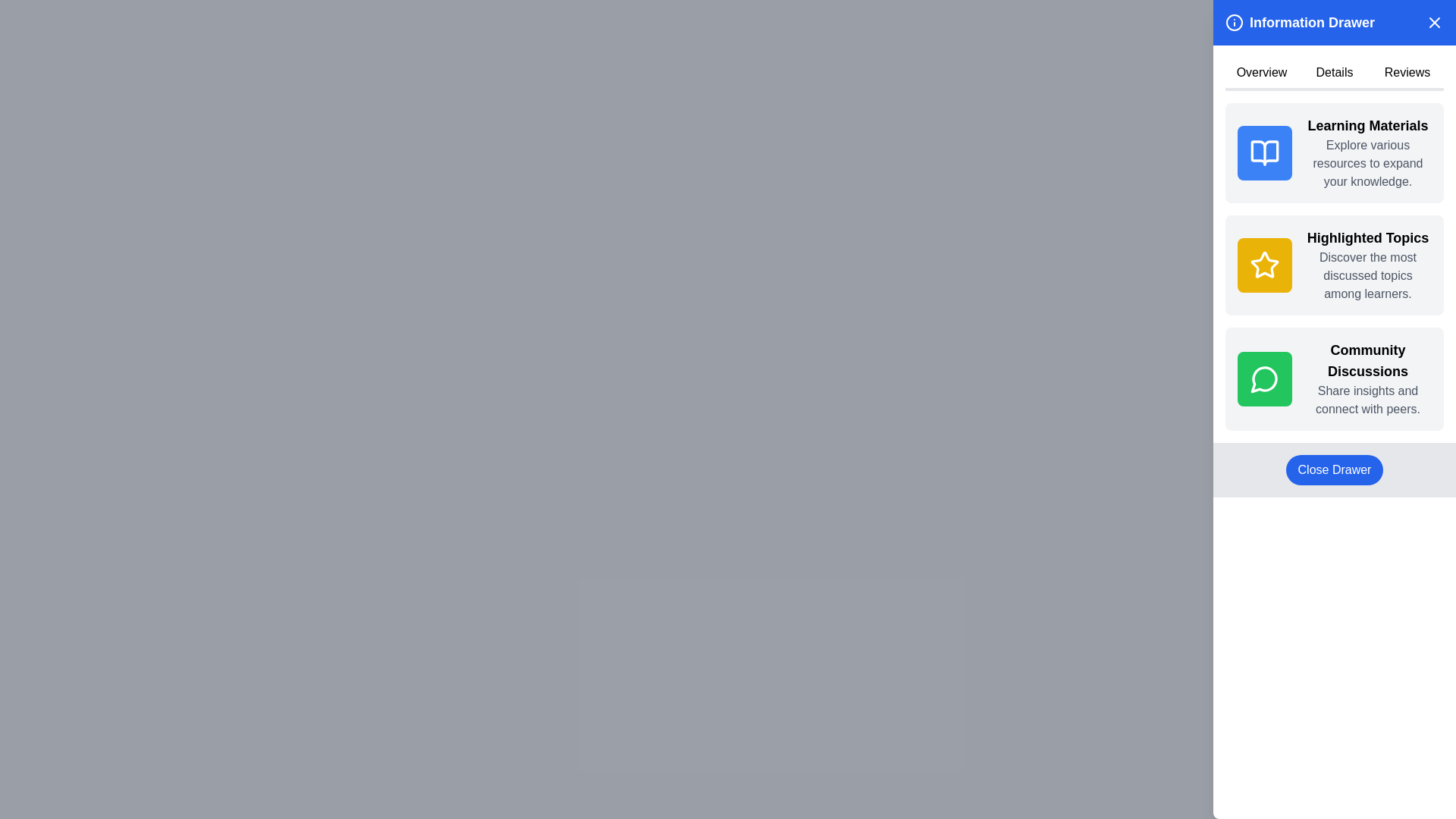 The height and width of the screenshot is (819, 1456). What do you see at coordinates (1368, 265) in the screenshot?
I see `the 'Highlighted Topics' text and description block, which contains the title 'Highlighted Topics' in bold and the description 'Discover the most discussed topics among learners.'` at bounding box center [1368, 265].